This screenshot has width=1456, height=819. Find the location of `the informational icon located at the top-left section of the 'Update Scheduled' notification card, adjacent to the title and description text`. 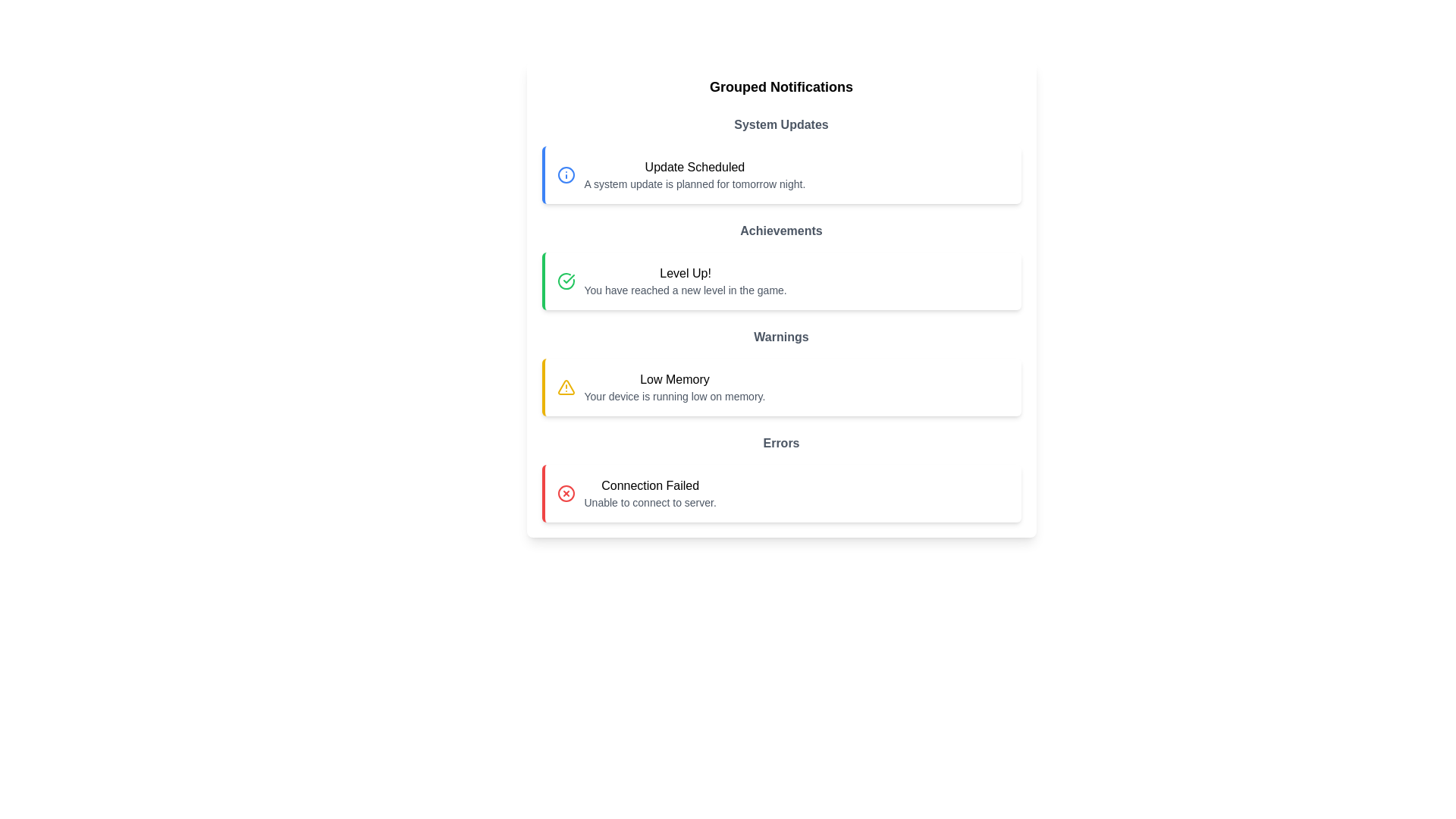

the informational icon located at the top-left section of the 'Update Scheduled' notification card, adjacent to the title and description text is located at coordinates (565, 174).